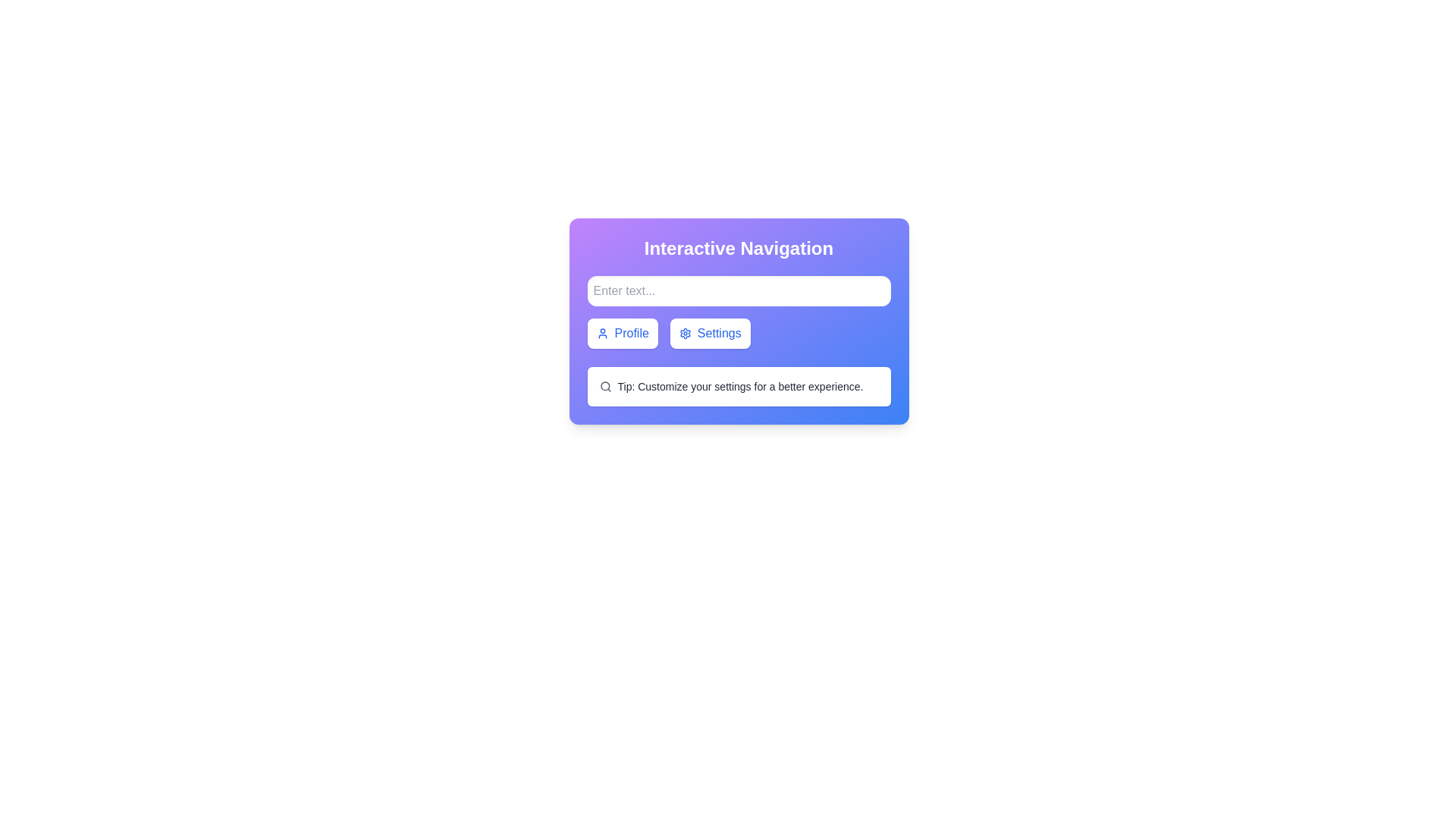 The image size is (1456, 819). Describe the element at coordinates (623, 332) in the screenshot. I see `the 'Profile' button` at that location.